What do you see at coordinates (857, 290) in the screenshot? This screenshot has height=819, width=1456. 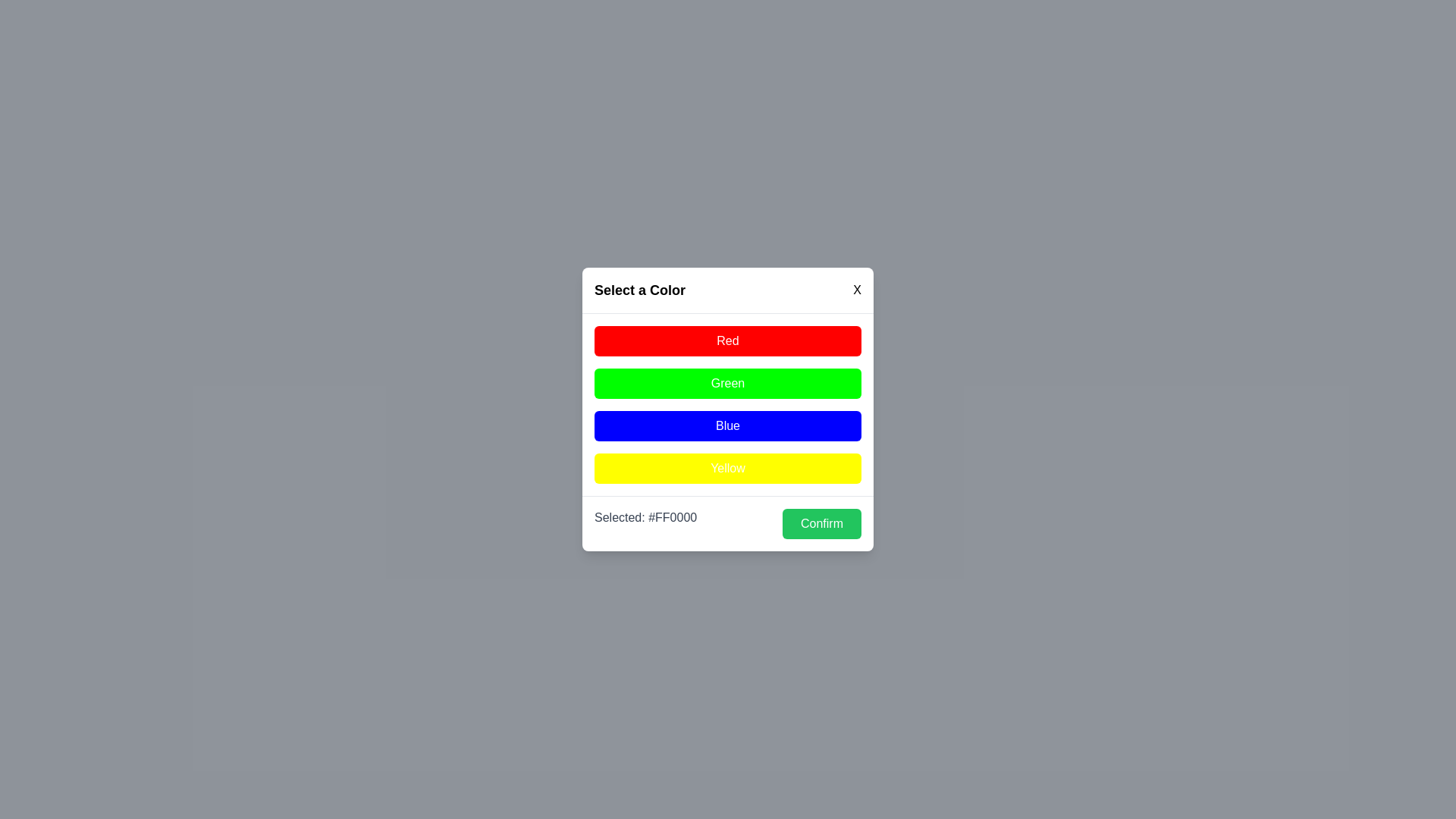 I see `the close button (X) to close the dialog` at bounding box center [857, 290].